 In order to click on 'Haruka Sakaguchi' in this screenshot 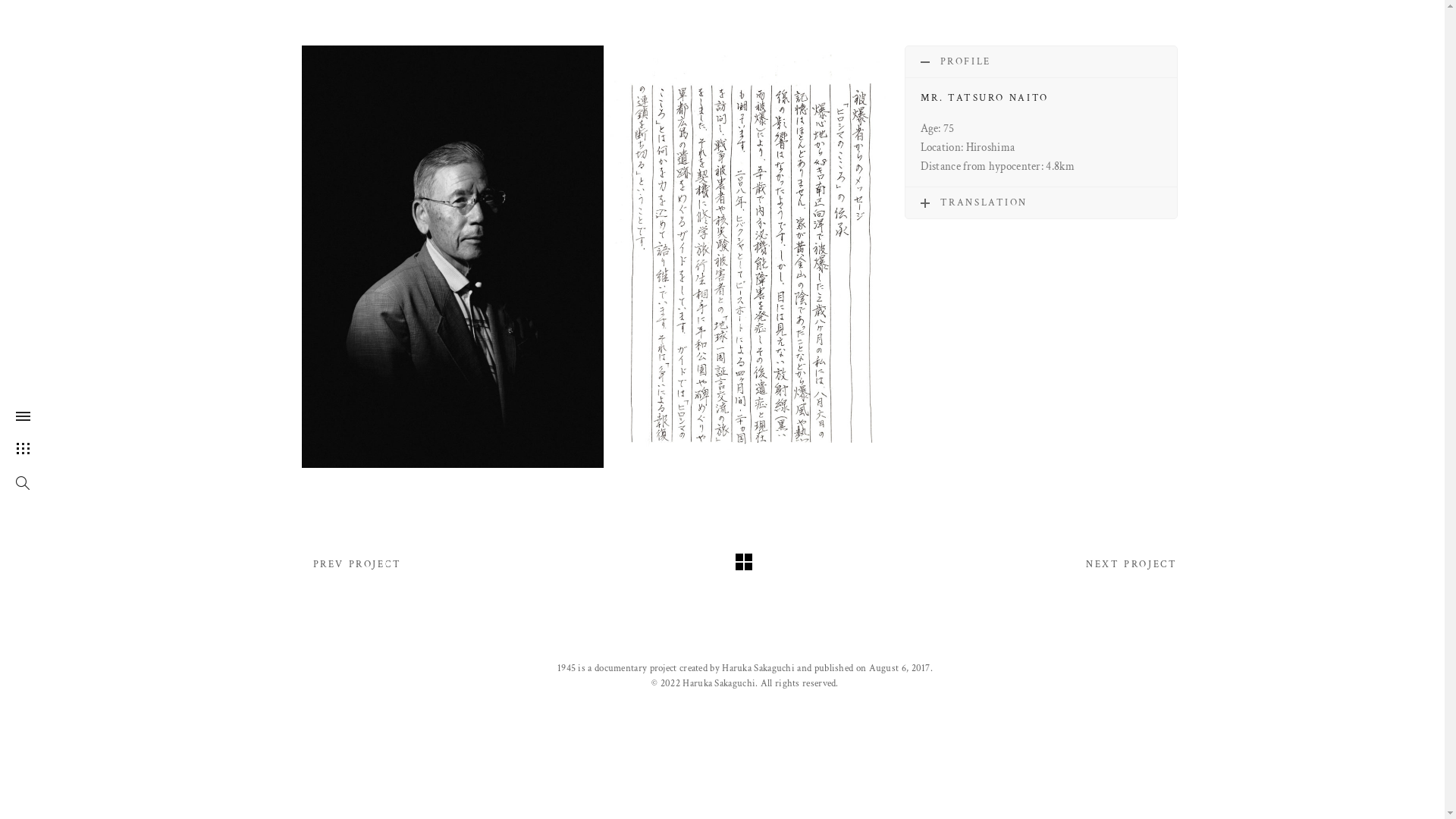, I will do `click(758, 667)`.